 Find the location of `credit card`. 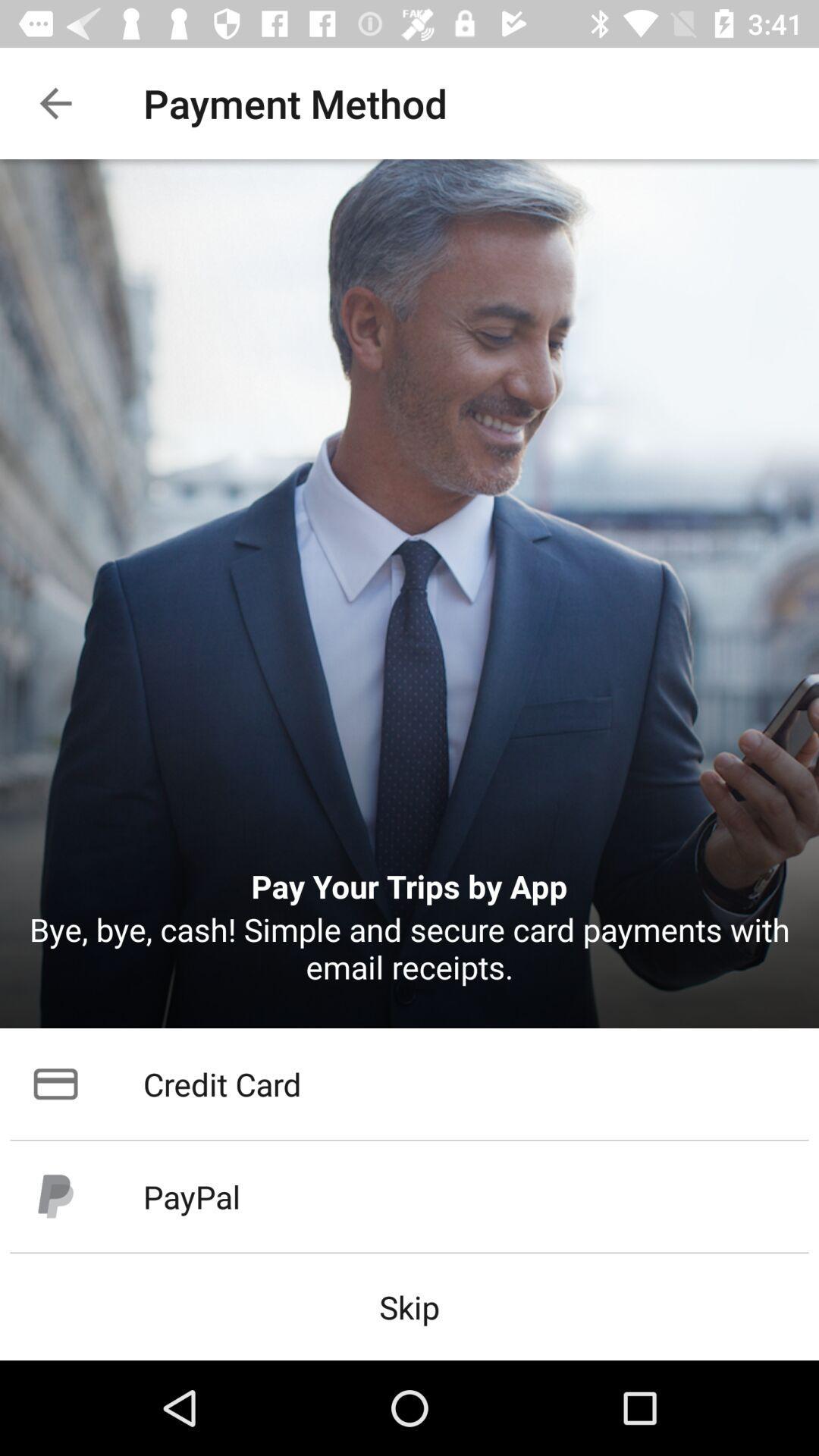

credit card is located at coordinates (409, 1083).